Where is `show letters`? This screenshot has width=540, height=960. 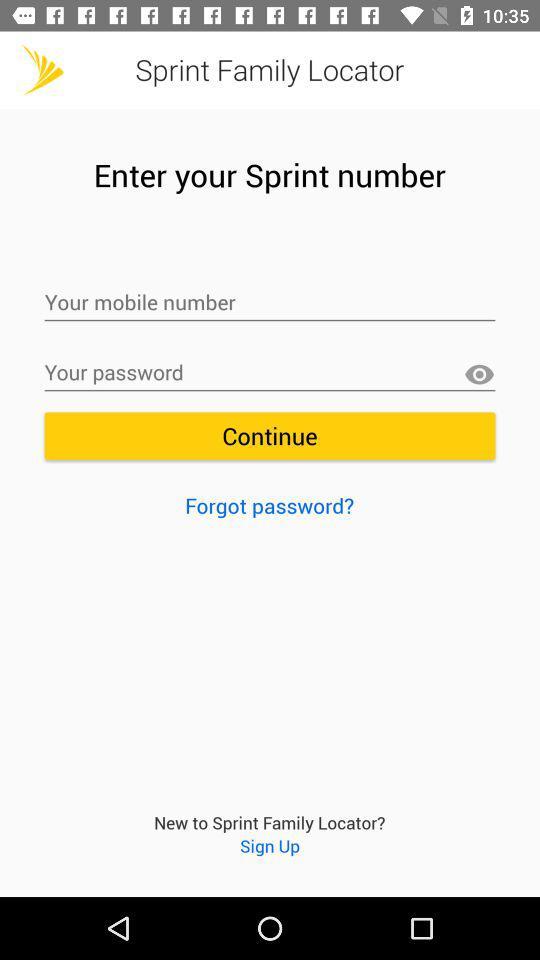
show letters is located at coordinates (478, 374).